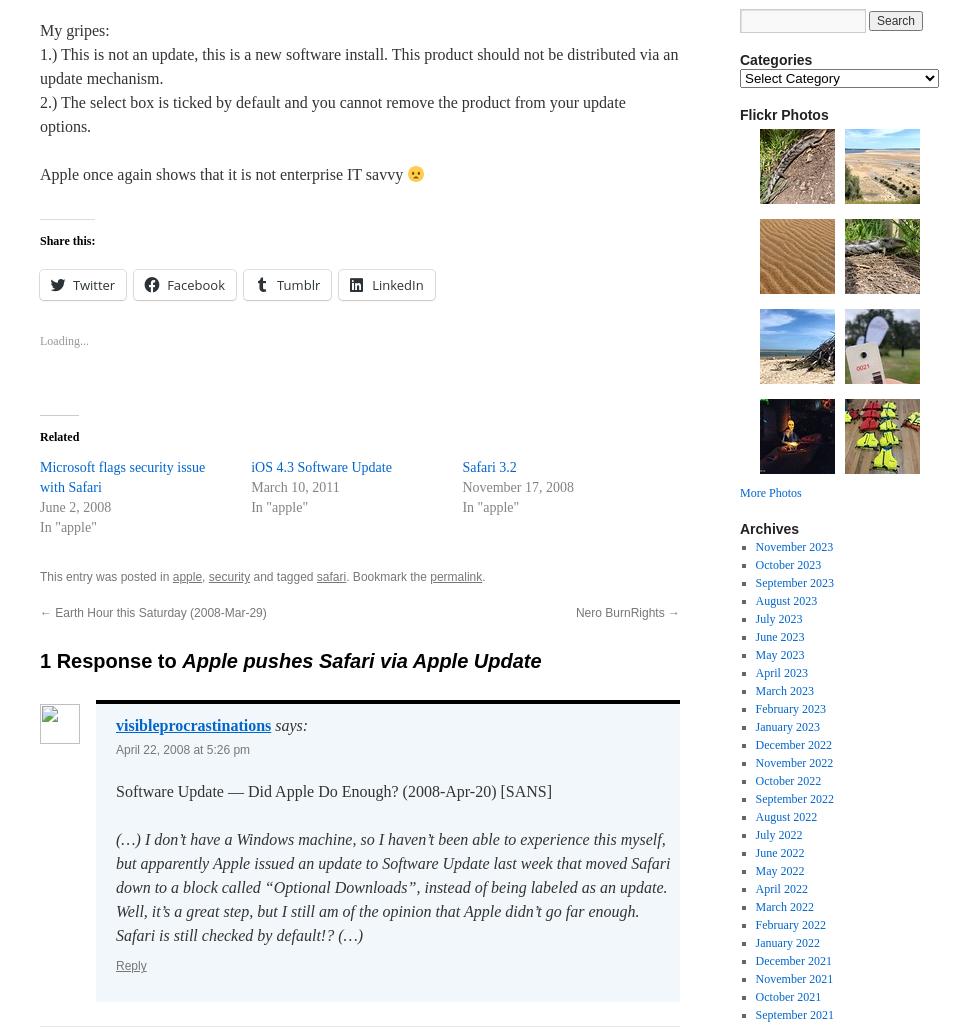 This screenshot has height=1029, width=980. I want to click on 'April 22, 2008 at 5:26 pm', so click(182, 750).